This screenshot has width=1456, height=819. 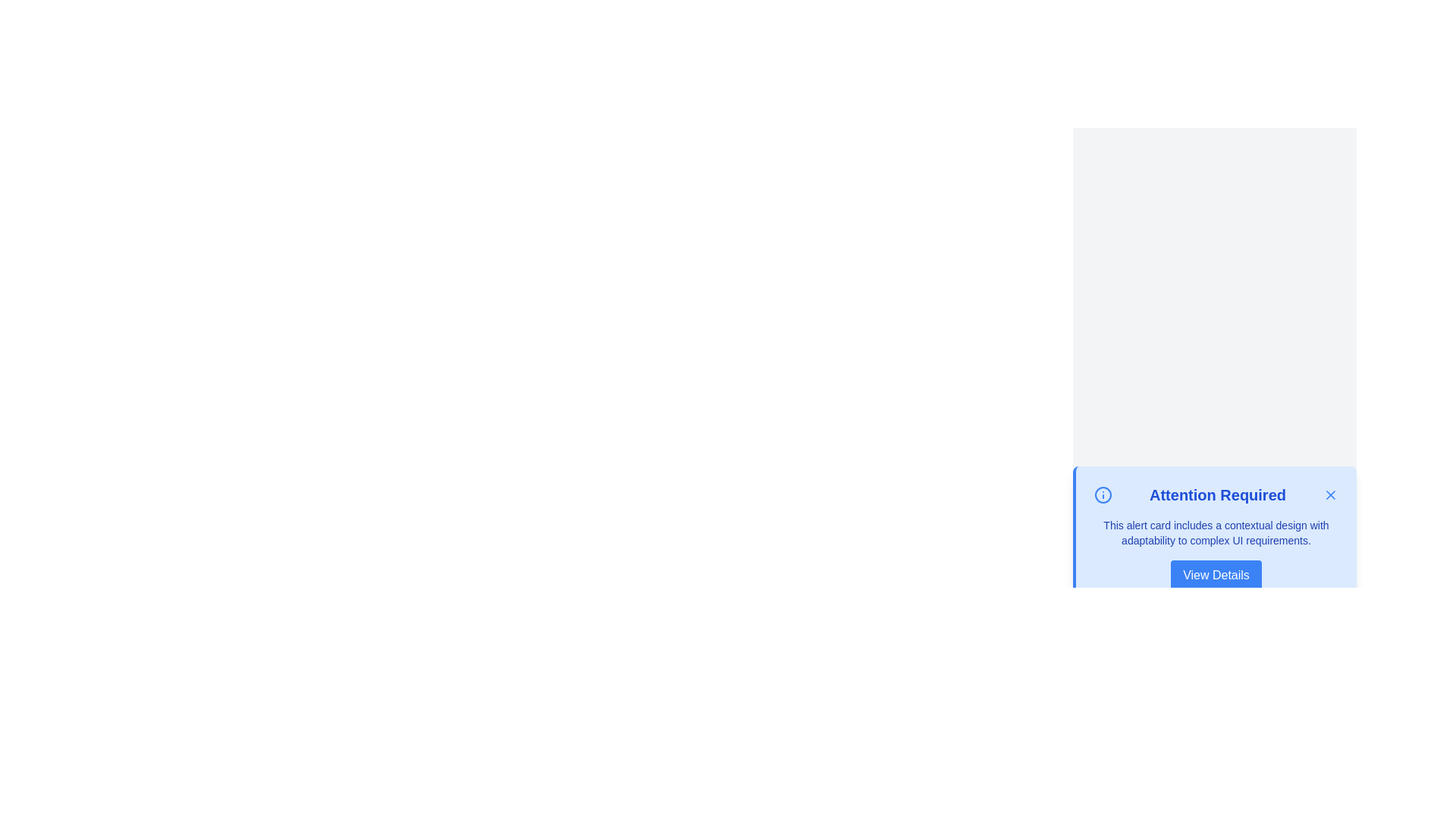 I want to click on the SVG circle element that serves as an alert indicator, positioned at the top left corner of the alert card next to the 'Attention Required' text, so click(x=1103, y=494).